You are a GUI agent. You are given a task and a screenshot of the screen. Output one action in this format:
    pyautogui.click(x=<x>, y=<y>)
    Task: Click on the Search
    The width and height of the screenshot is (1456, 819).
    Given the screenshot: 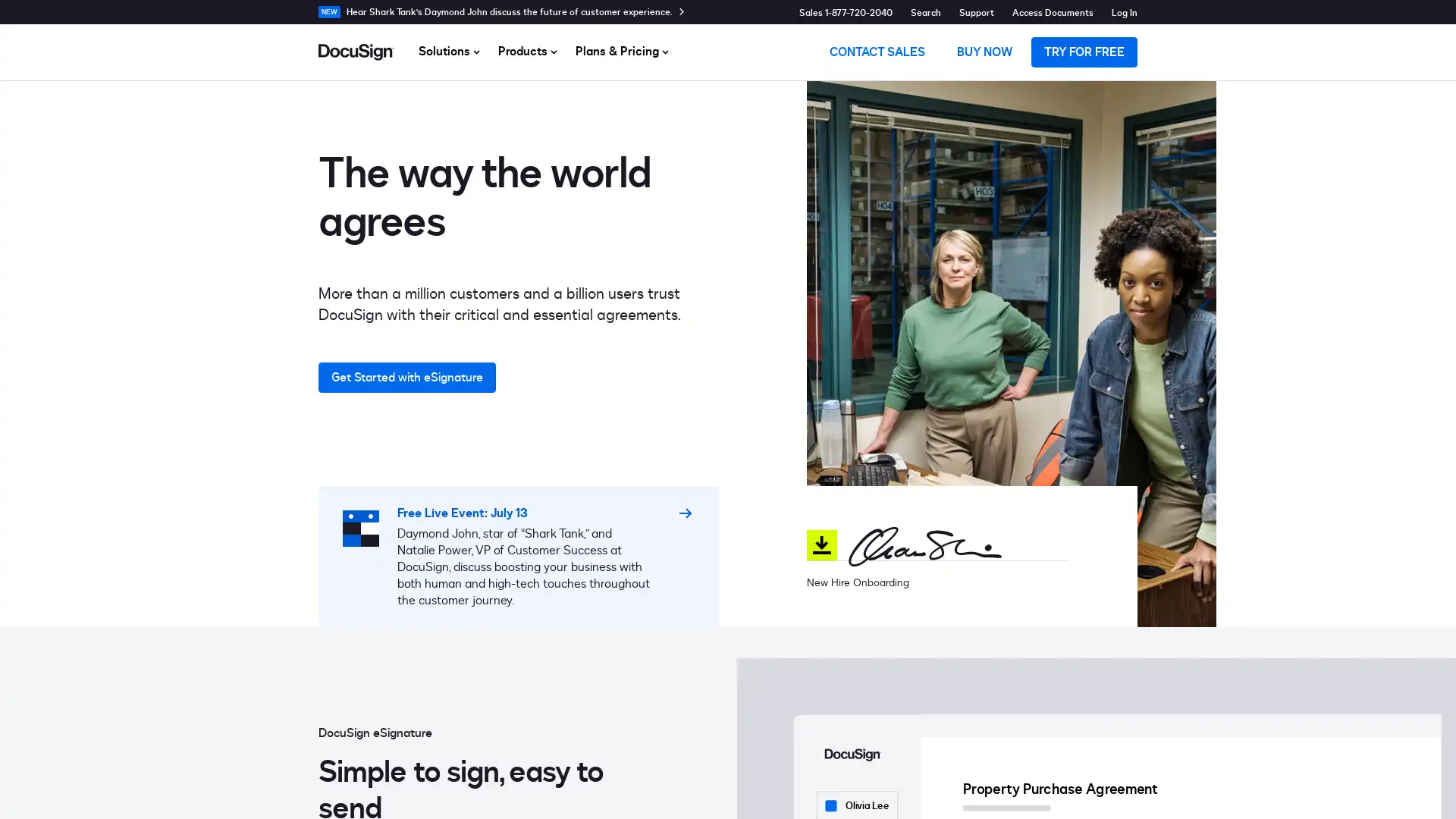 What is the action you would take?
    pyautogui.click(x=924, y=12)
    